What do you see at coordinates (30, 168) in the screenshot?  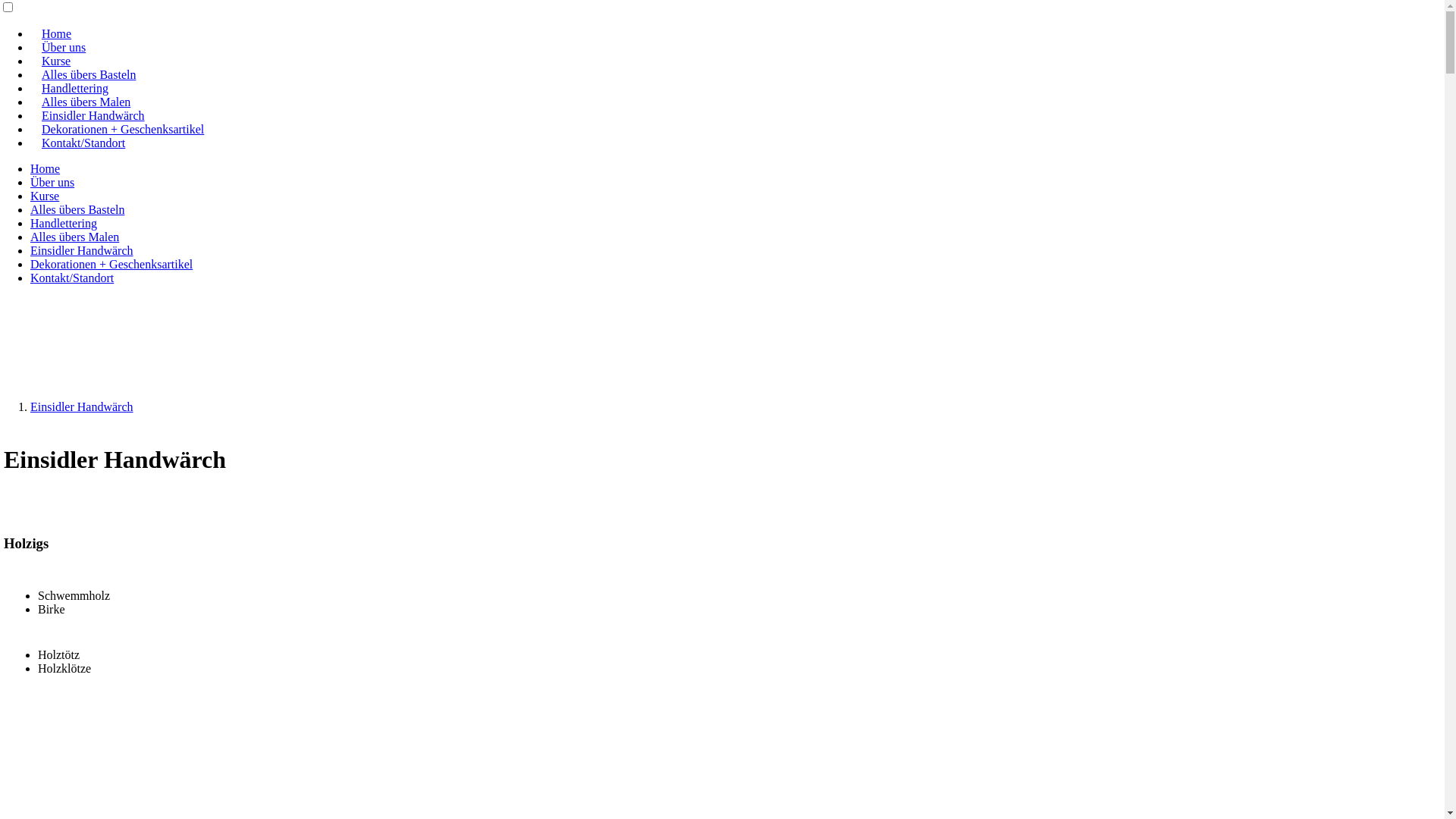 I see `'Home'` at bounding box center [30, 168].